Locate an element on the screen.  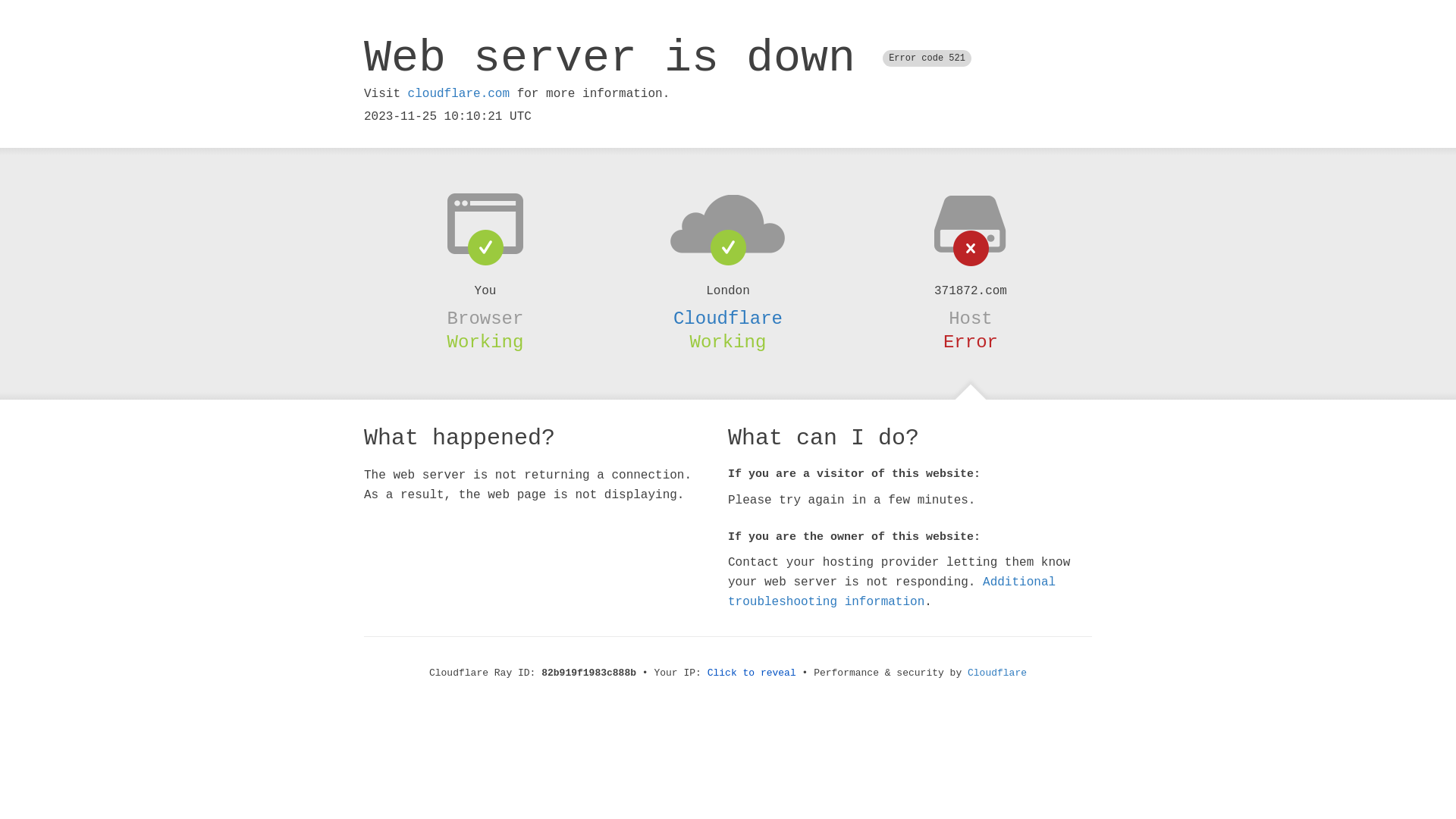
'cloudflare.com' is located at coordinates (407, 93).